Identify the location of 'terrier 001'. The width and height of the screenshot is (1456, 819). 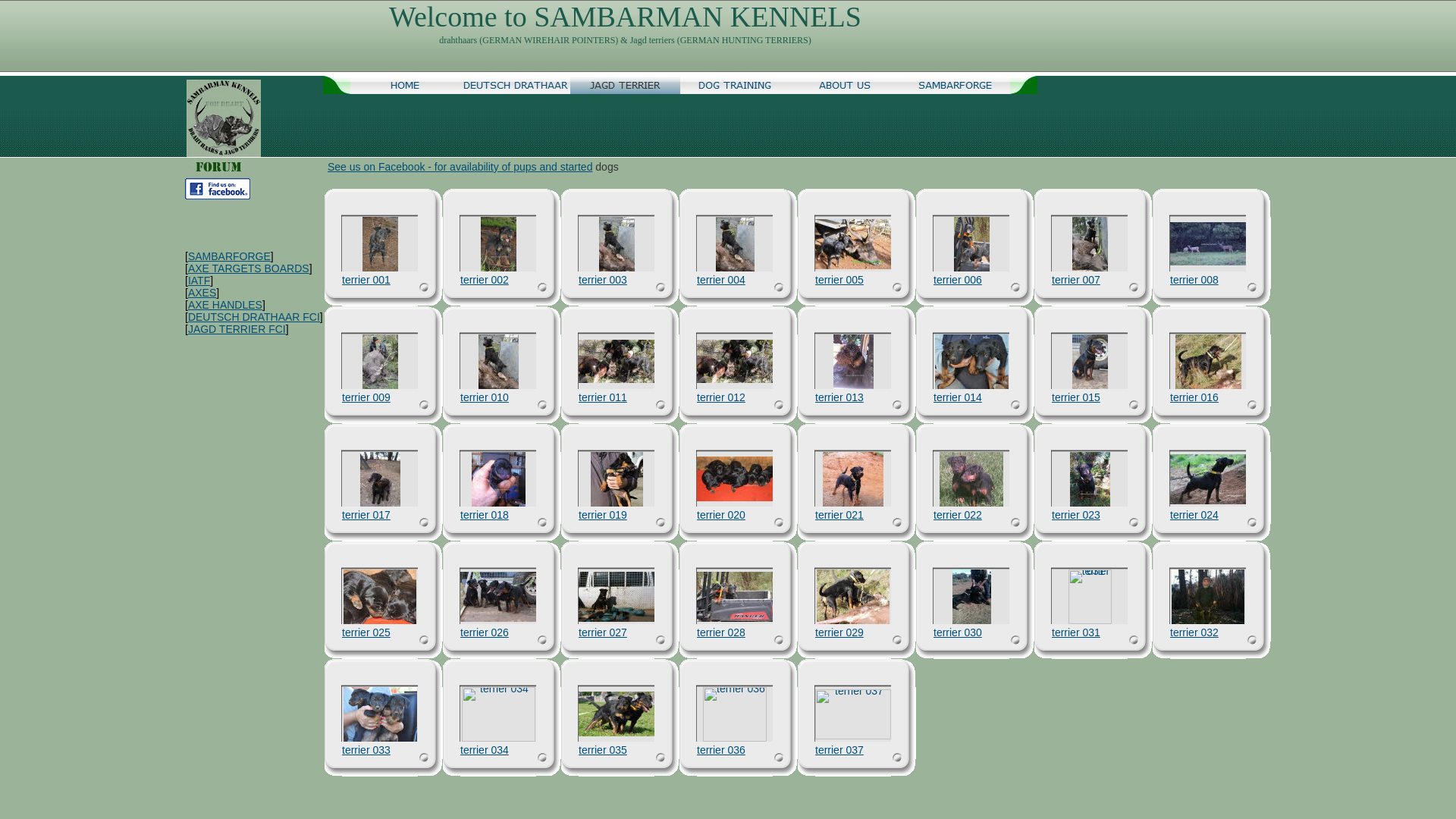
(366, 280).